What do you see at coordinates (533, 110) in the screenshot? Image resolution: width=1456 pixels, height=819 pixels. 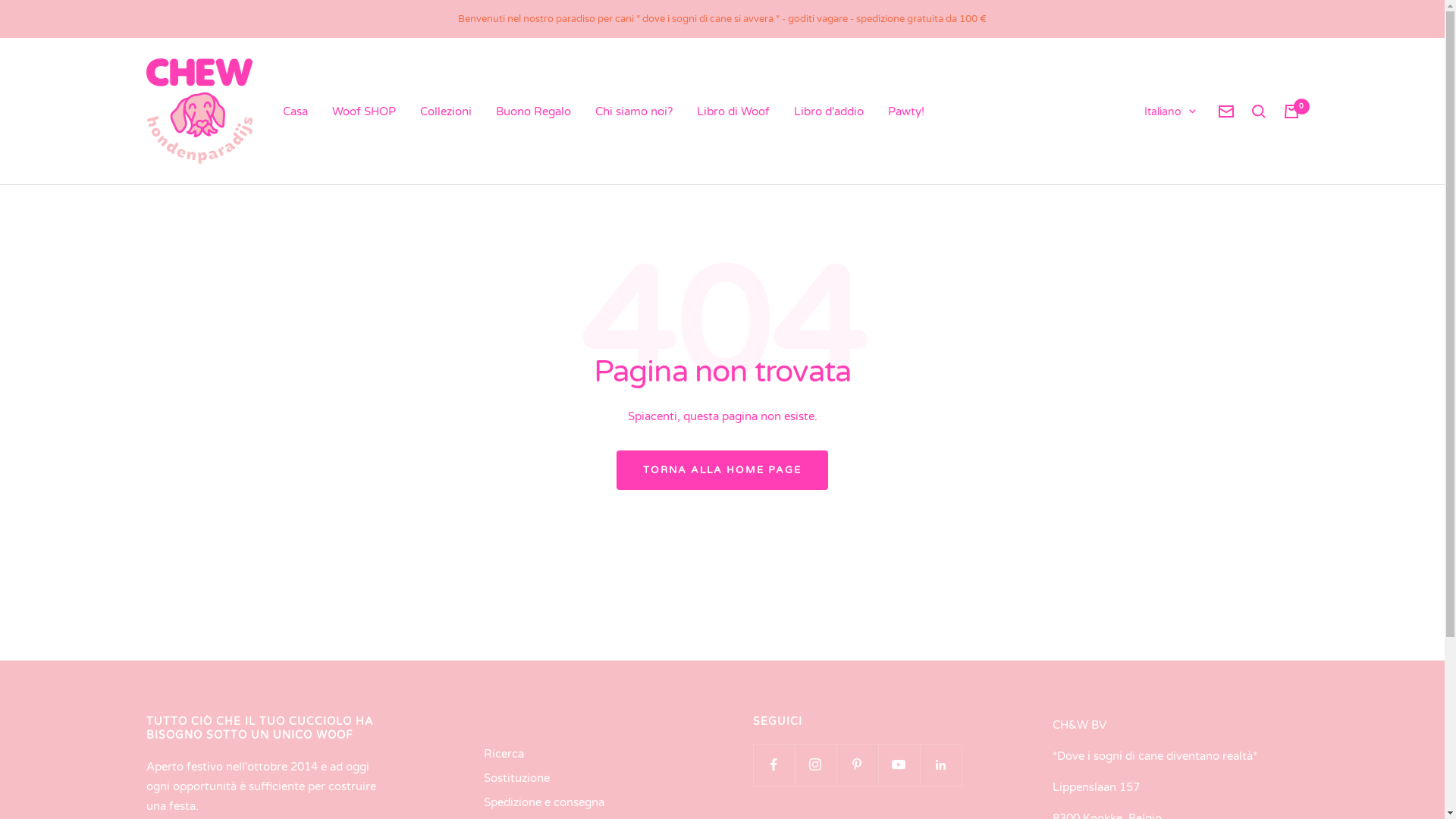 I see `'Buono Regalo'` at bounding box center [533, 110].